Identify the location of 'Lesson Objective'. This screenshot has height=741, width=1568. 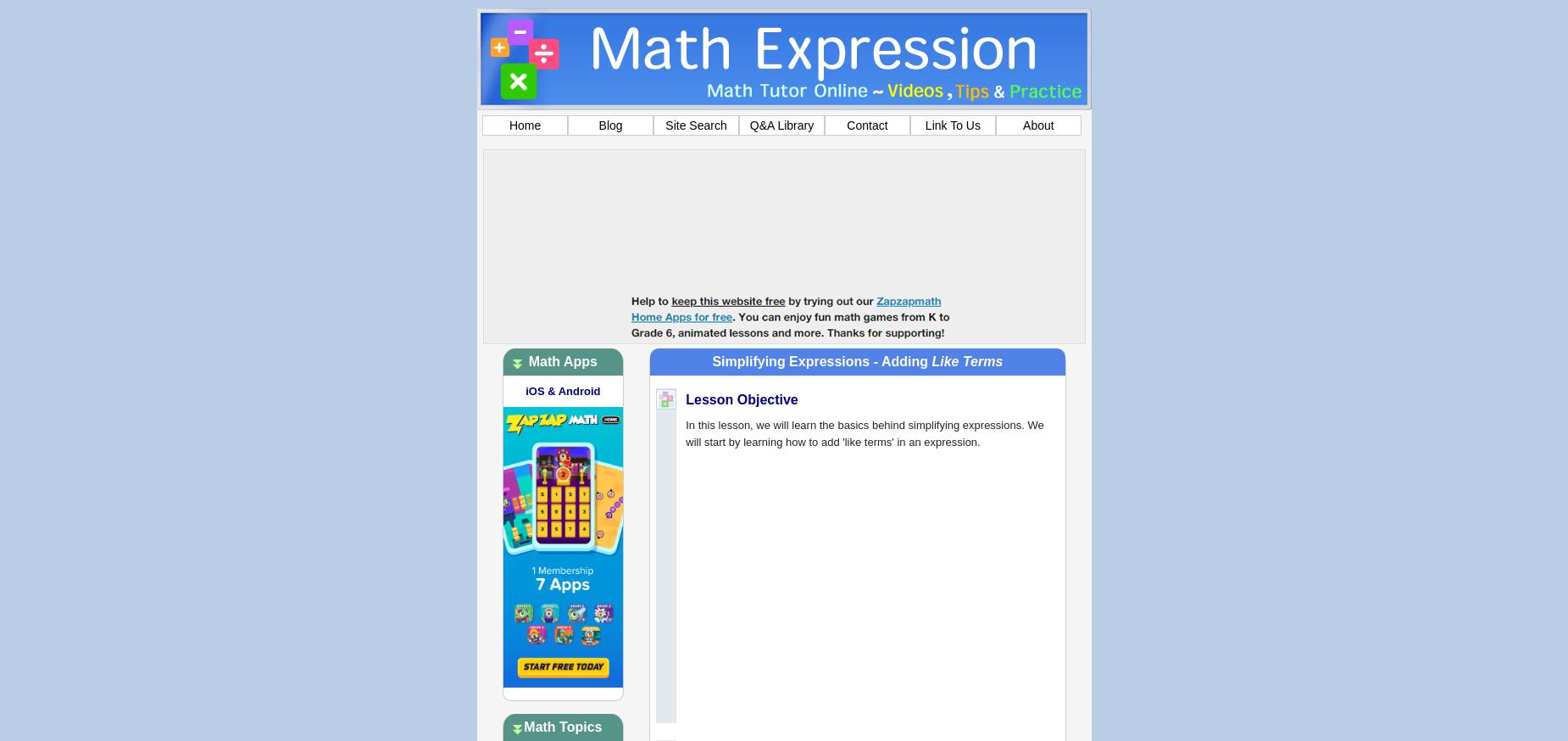
(686, 398).